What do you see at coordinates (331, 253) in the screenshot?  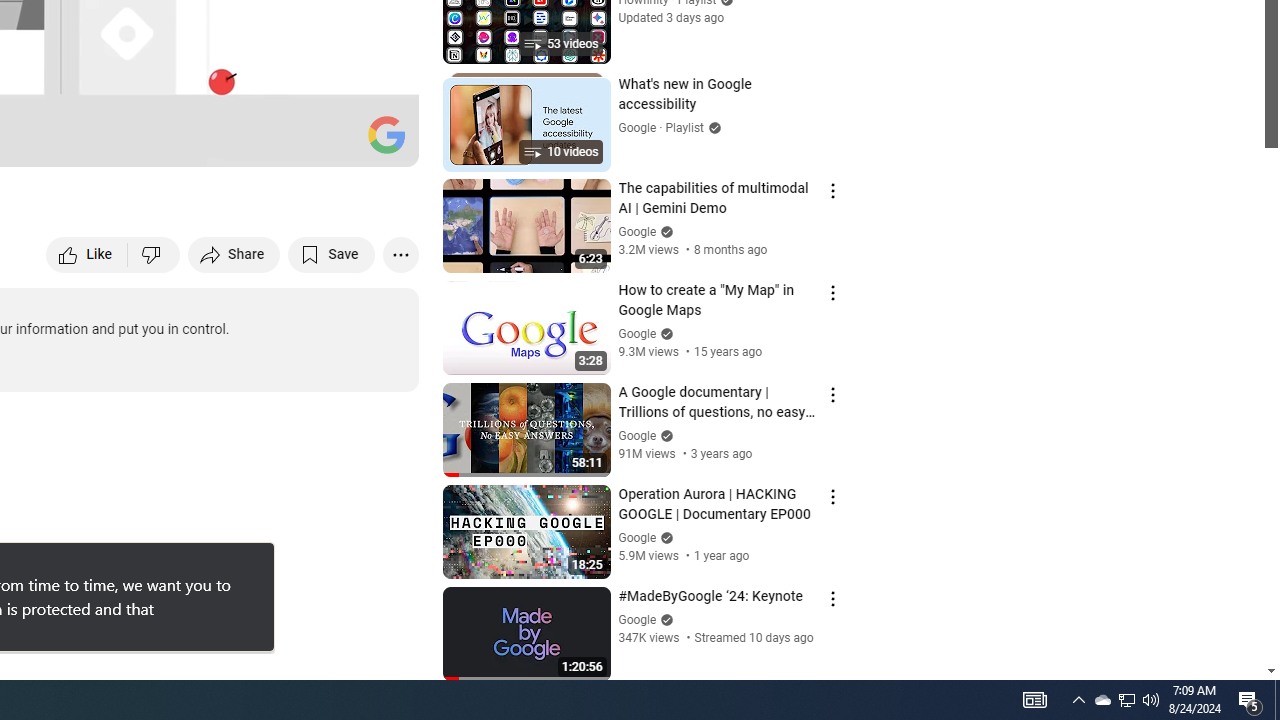 I see `'Save to playlist'` at bounding box center [331, 253].